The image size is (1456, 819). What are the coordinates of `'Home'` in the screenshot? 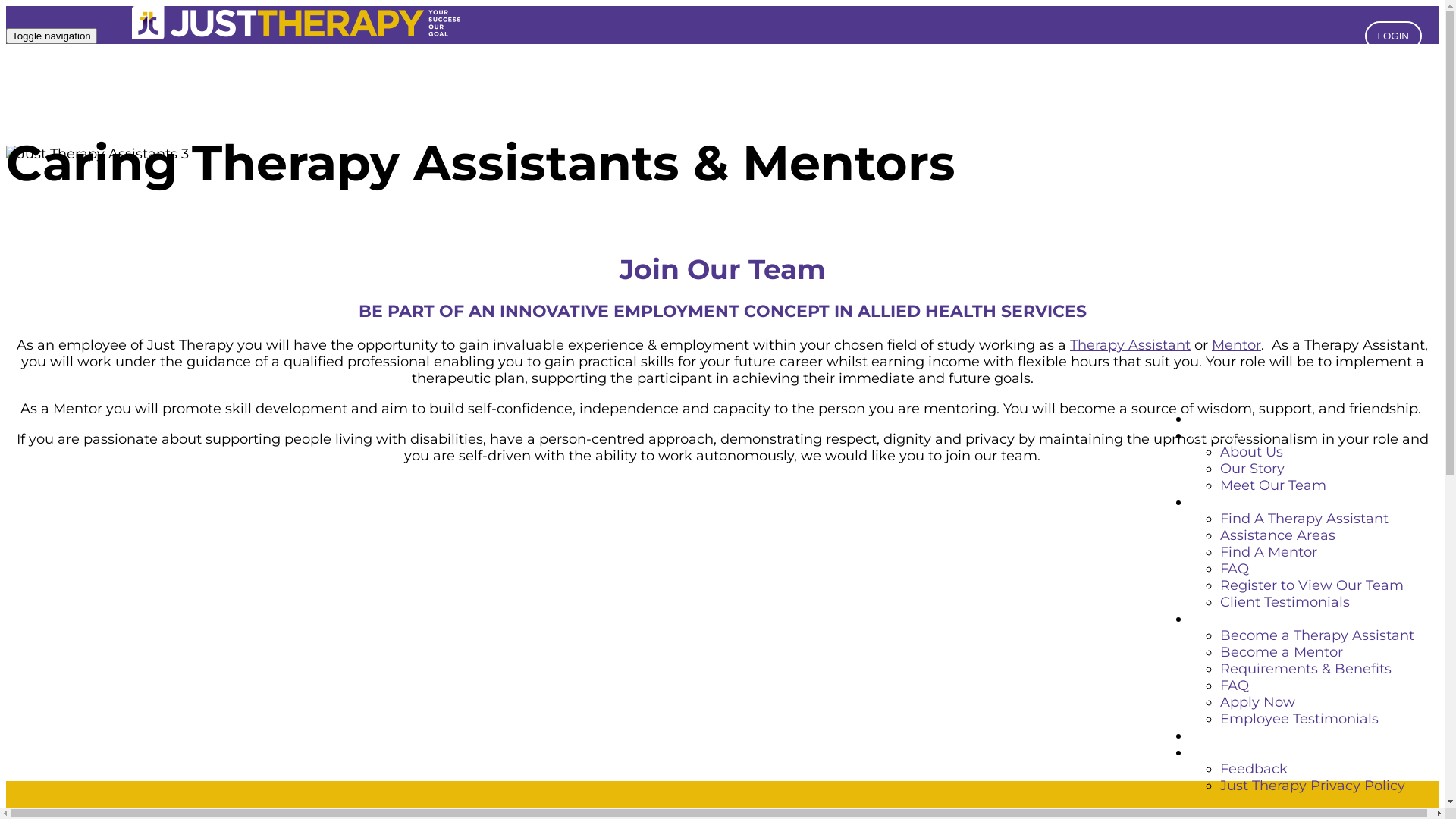 It's located at (1210, 418).